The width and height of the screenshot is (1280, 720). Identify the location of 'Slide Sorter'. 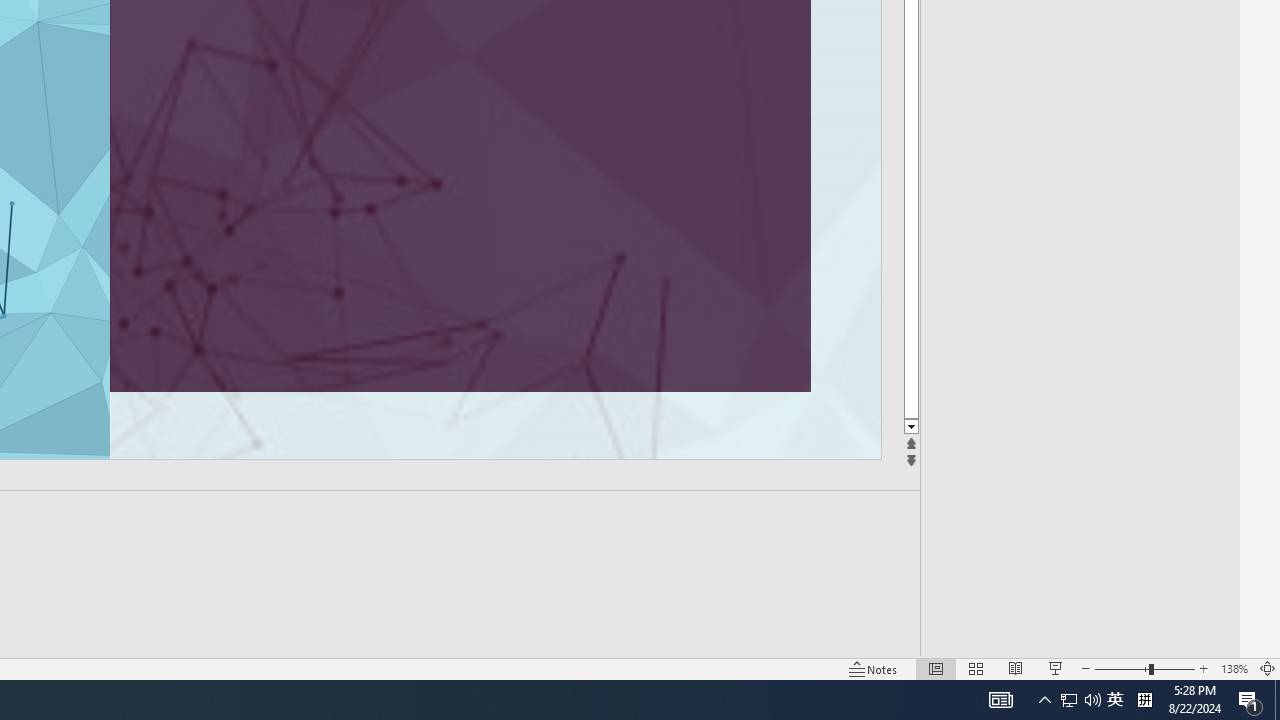
(976, 669).